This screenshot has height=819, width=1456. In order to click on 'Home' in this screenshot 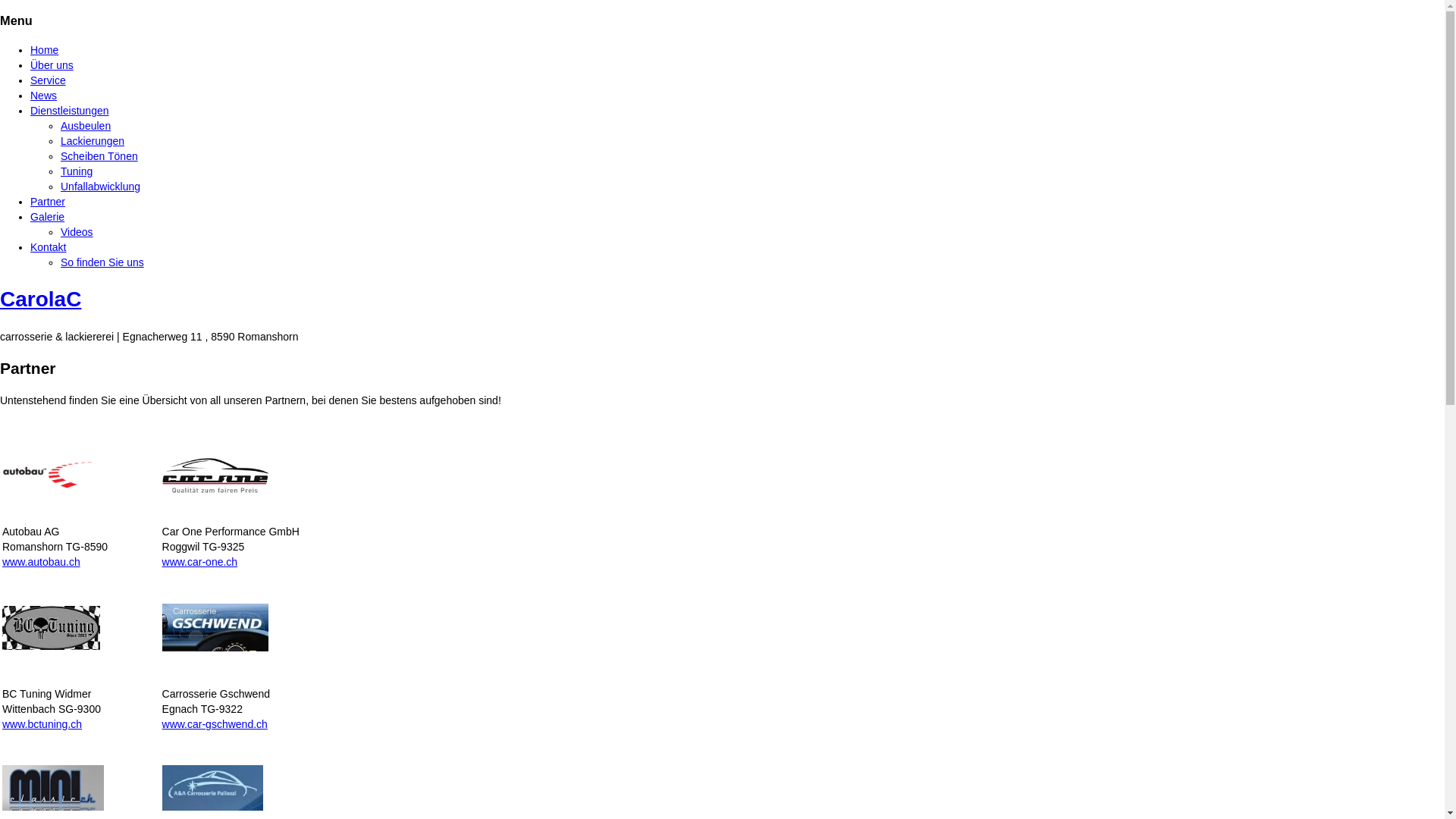, I will do `click(44, 49)`.